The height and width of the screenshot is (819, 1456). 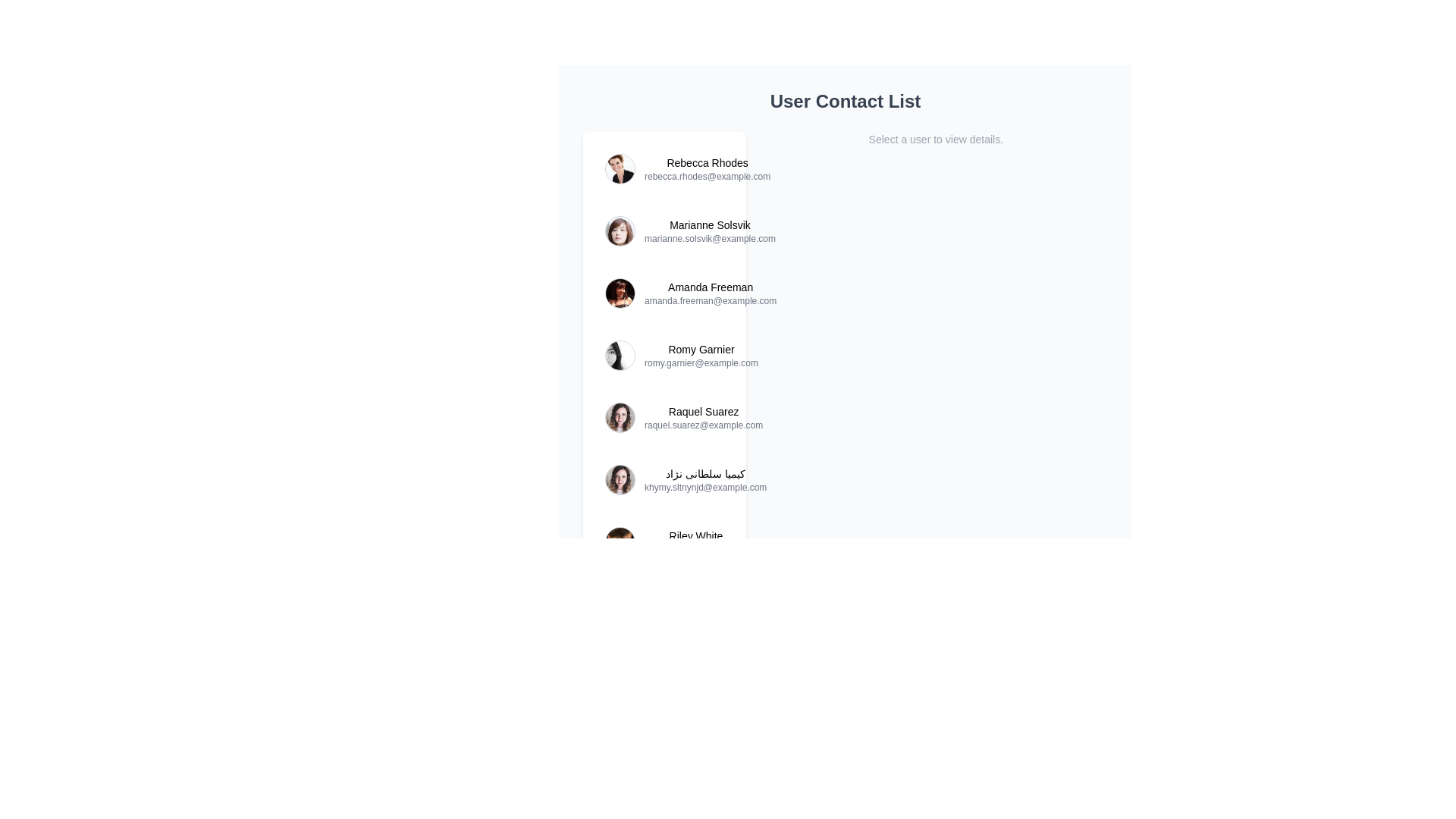 What do you see at coordinates (695, 535) in the screenshot?
I see `the text label displaying 'Riley White'` at bounding box center [695, 535].